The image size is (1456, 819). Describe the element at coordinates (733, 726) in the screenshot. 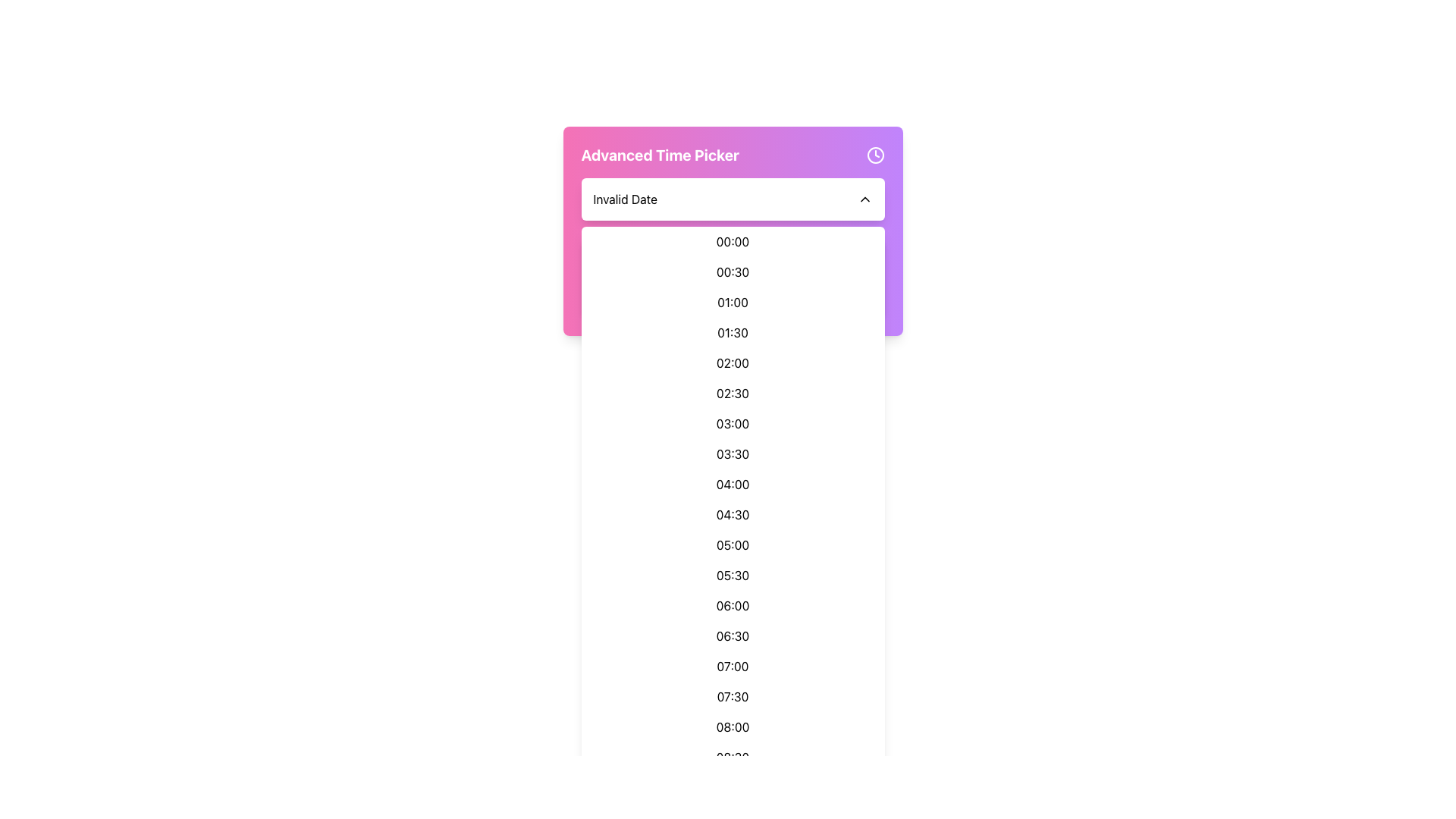

I see `the 17th list item representing the '08:00' time option in the dropdown` at that location.